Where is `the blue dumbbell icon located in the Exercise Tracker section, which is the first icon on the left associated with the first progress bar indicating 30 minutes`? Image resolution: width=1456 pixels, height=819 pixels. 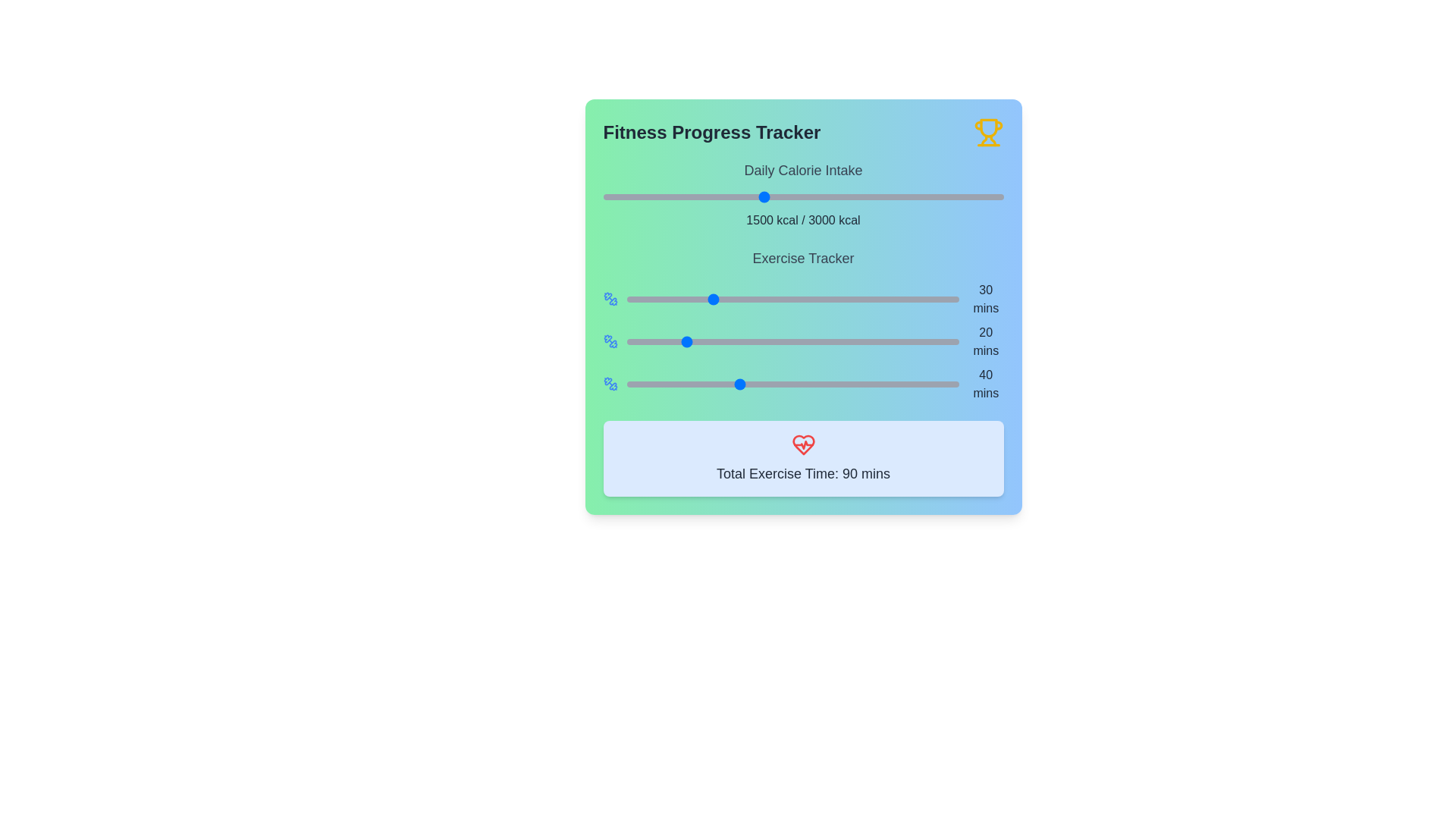
the blue dumbbell icon located in the Exercise Tracker section, which is the first icon on the left associated with the first progress bar indicating 30 minutes is located at coordinates (610, 299).